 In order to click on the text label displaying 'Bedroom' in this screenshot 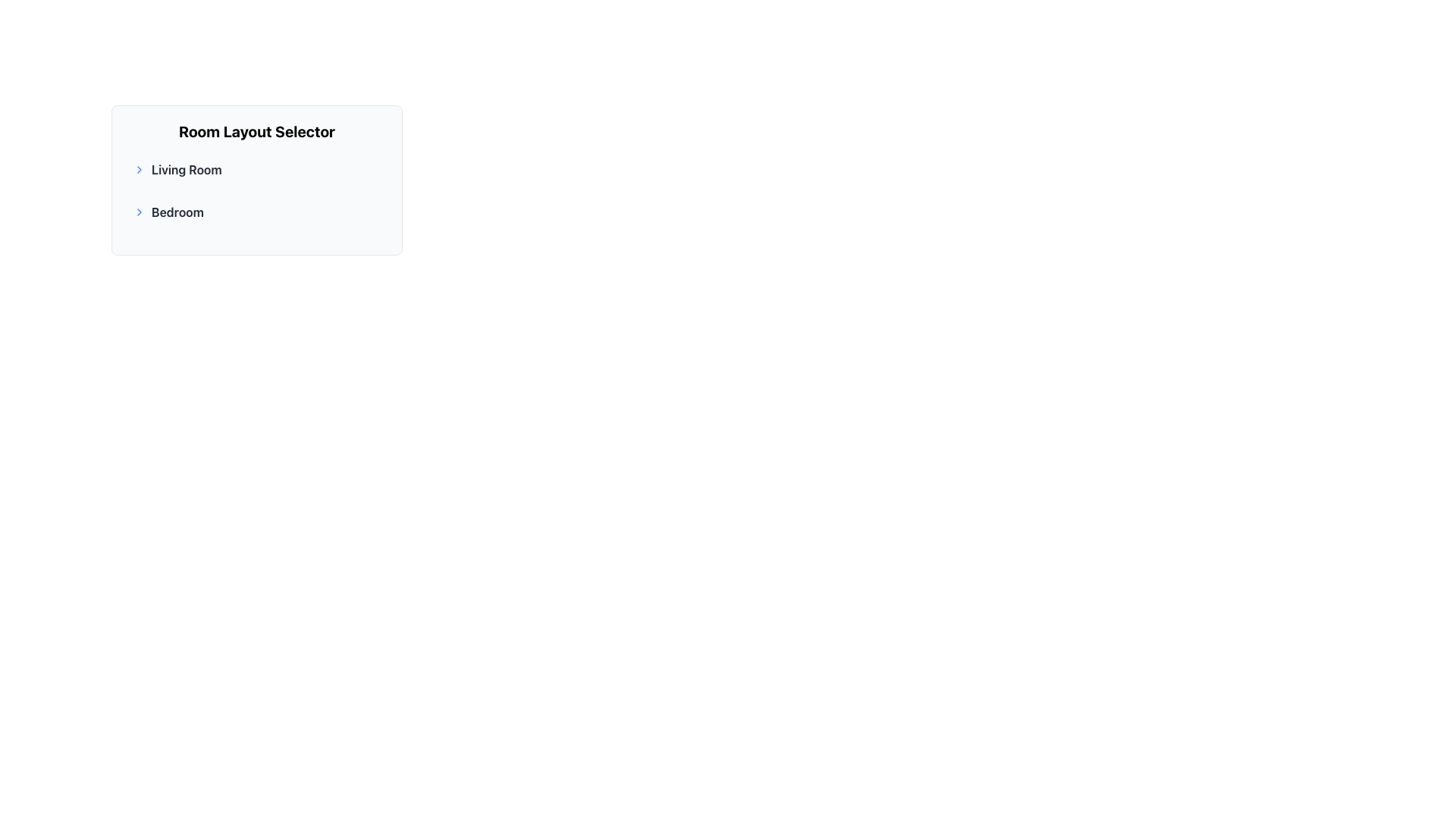, I will do `click(177, 212)`.